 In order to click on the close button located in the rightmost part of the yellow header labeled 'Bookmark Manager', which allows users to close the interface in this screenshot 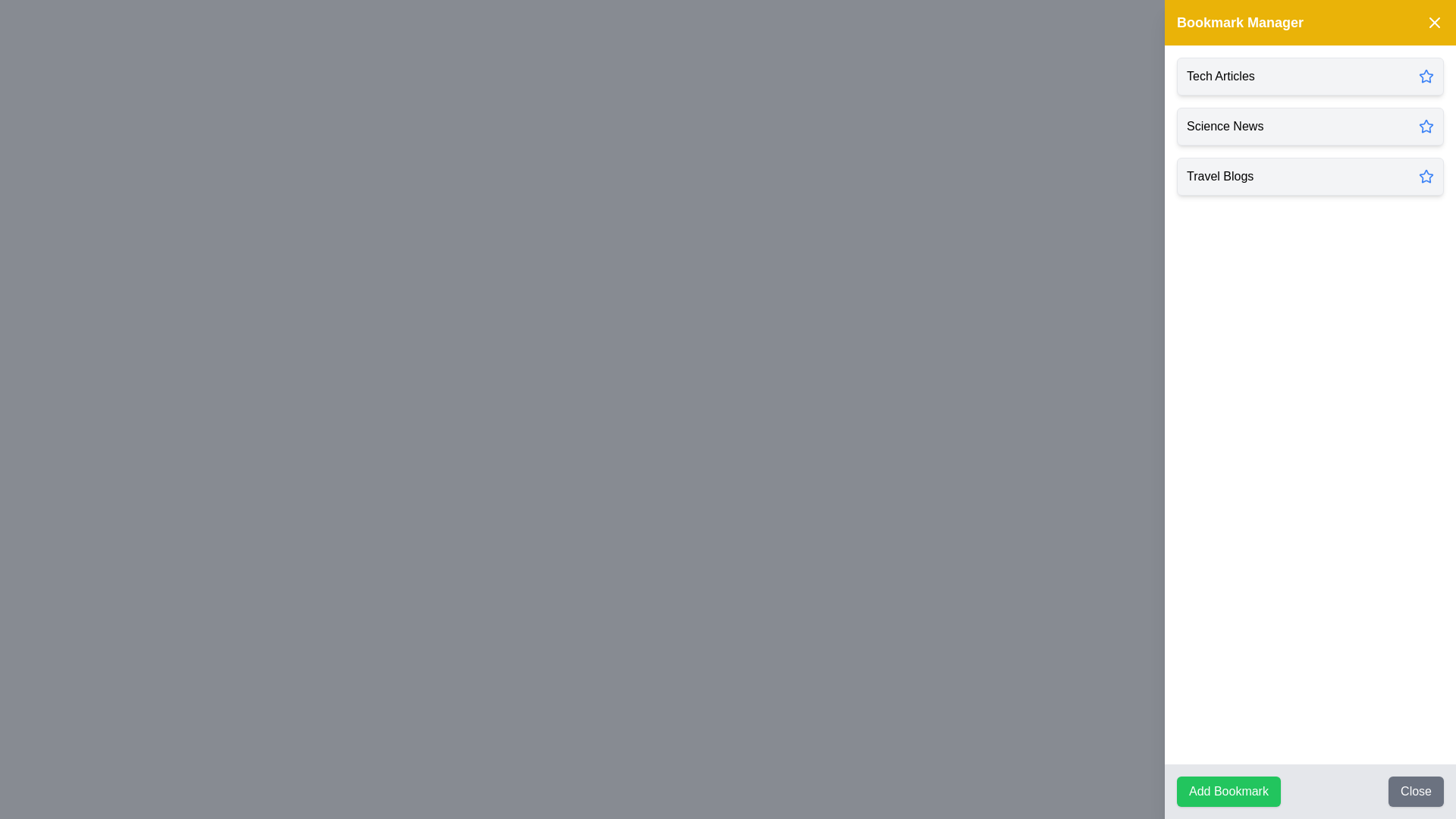, I will do `click(1433, 23)`.